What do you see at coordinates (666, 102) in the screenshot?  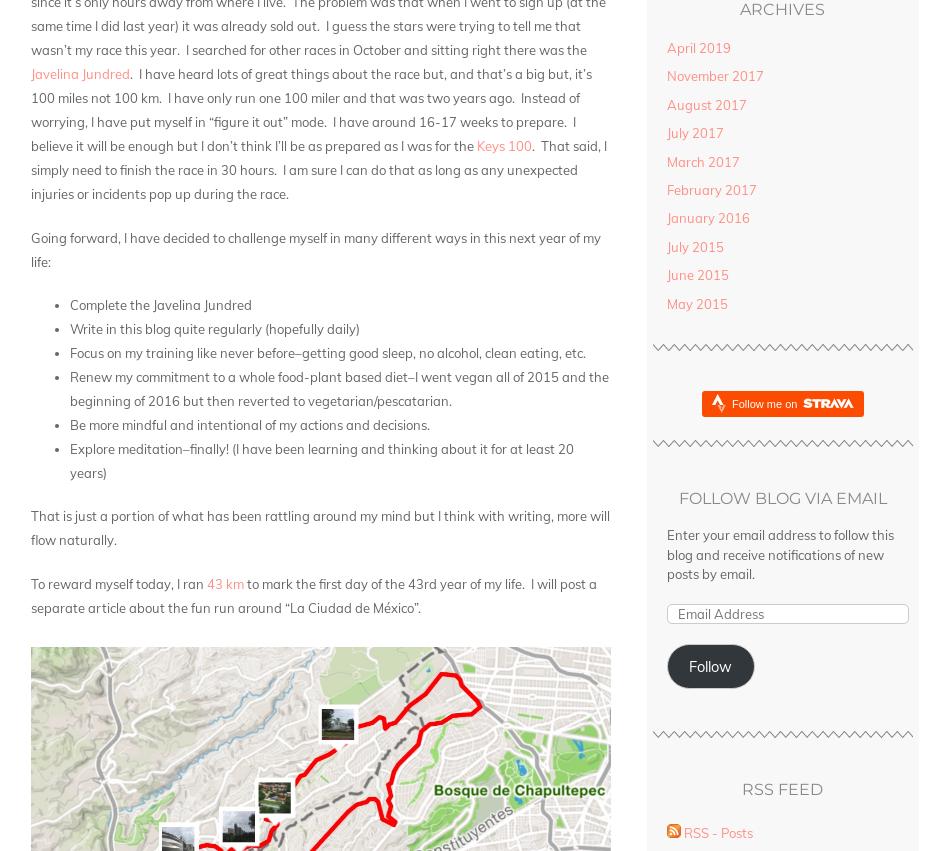 I see `'August 2017'` at bounding box center [666, 102].